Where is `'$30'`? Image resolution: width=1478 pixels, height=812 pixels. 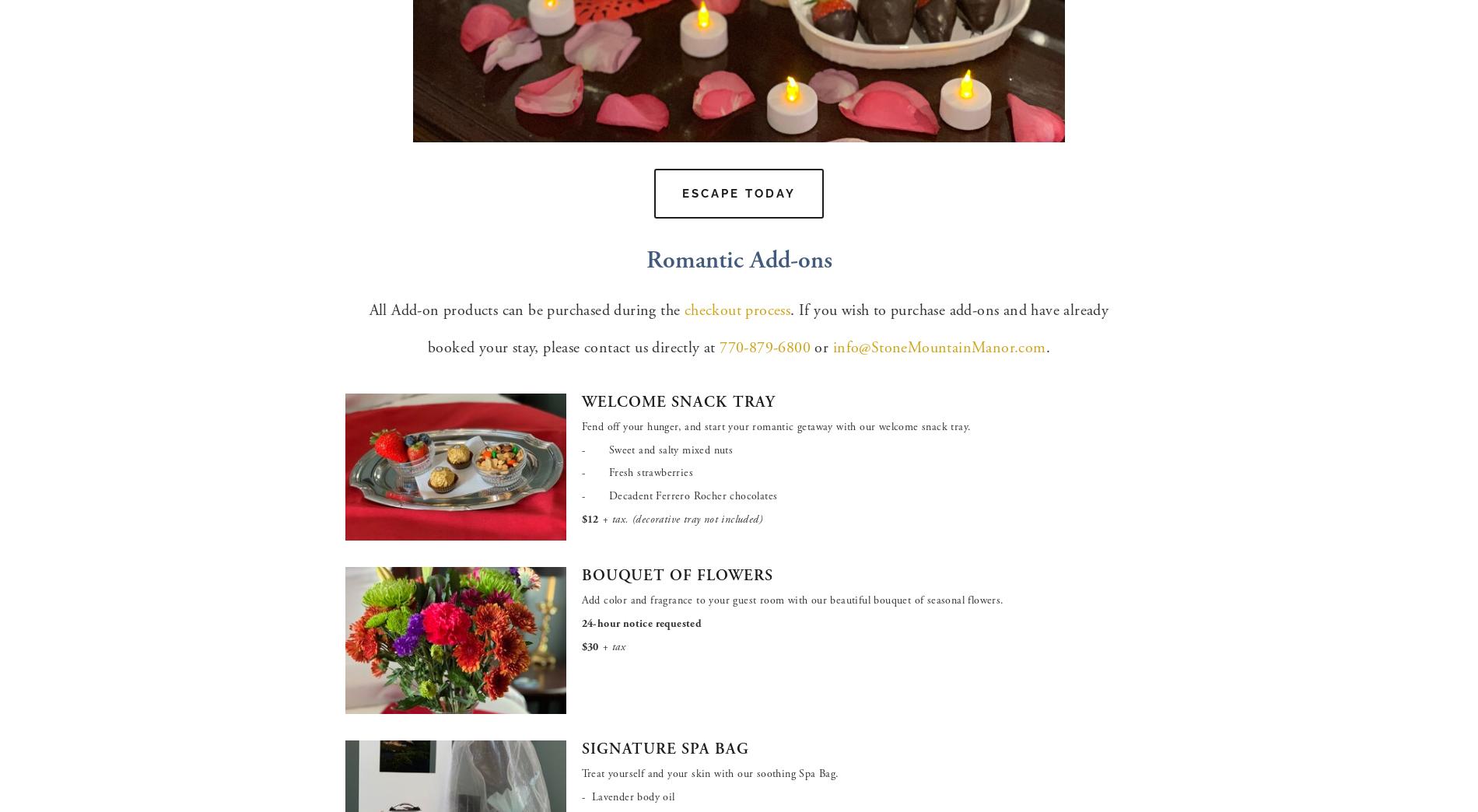 '$30' is located at coordinates (588, 646).